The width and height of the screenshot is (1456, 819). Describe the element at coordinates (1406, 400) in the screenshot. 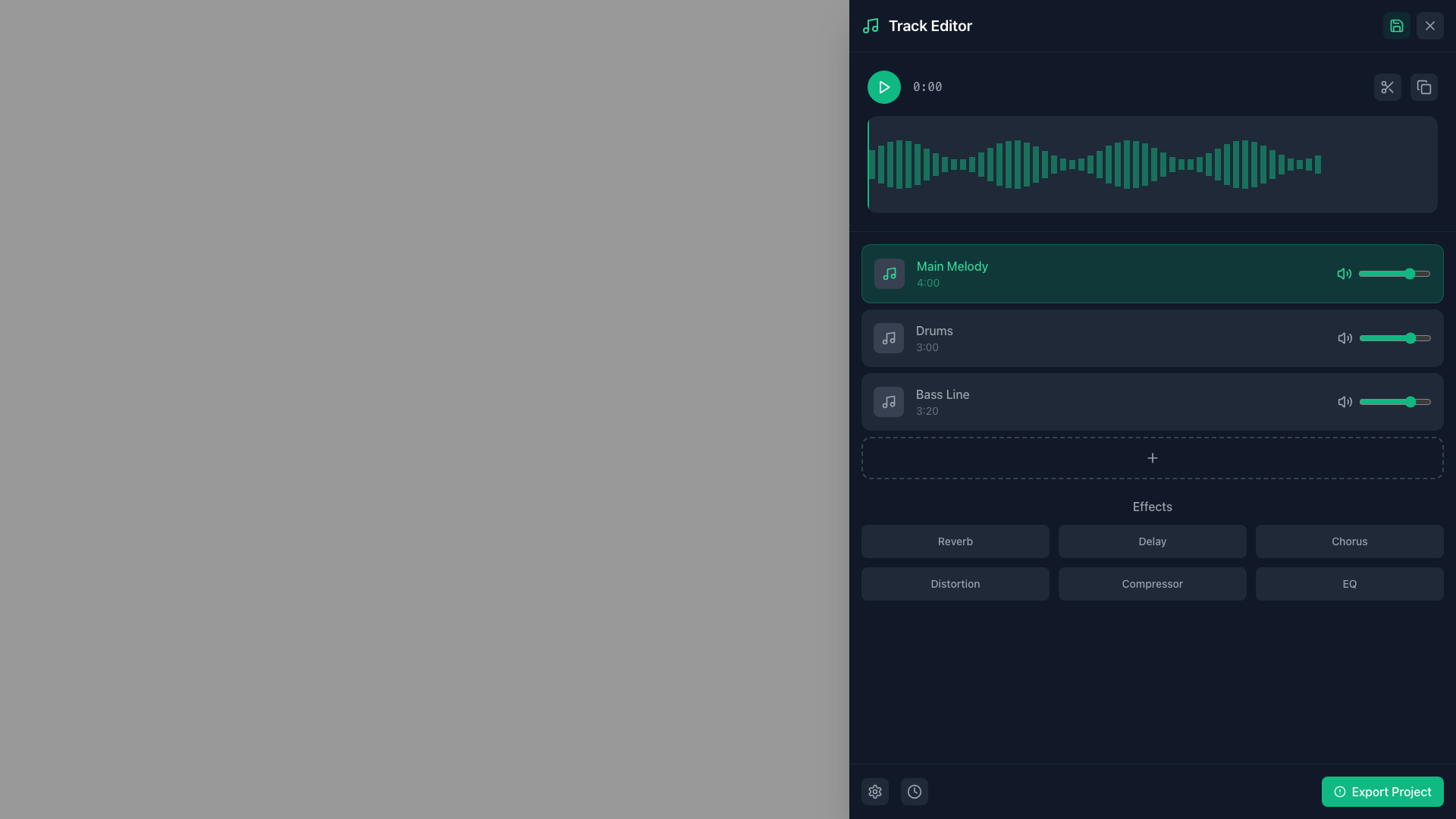

I see `the slider value` at that location.